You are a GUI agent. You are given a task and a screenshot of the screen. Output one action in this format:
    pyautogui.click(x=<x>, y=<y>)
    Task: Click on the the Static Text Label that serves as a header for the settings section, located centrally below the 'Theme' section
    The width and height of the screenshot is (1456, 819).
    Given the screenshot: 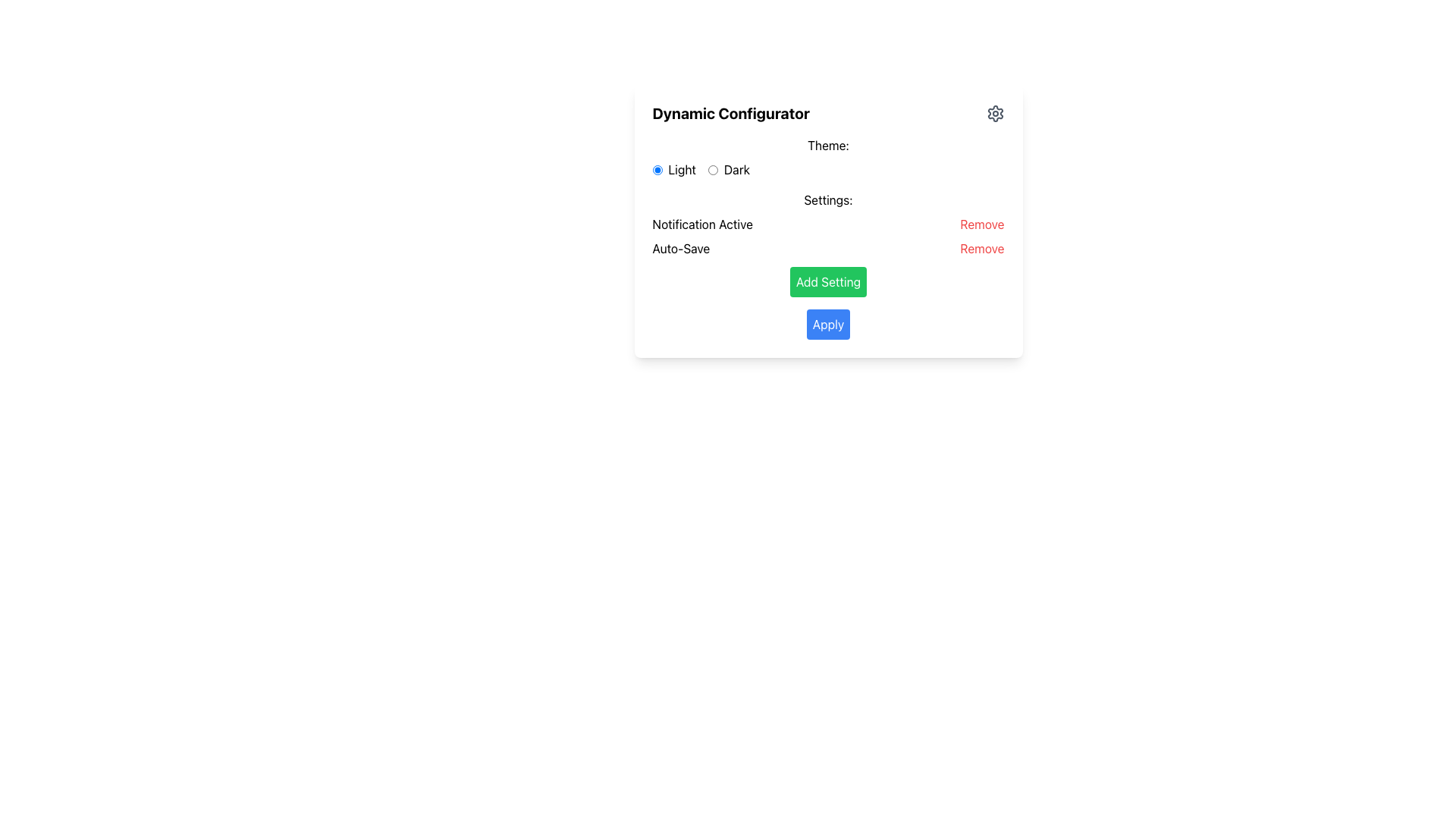 What is the action you would take?
    pyautogui.click(x=827, y=199)
    